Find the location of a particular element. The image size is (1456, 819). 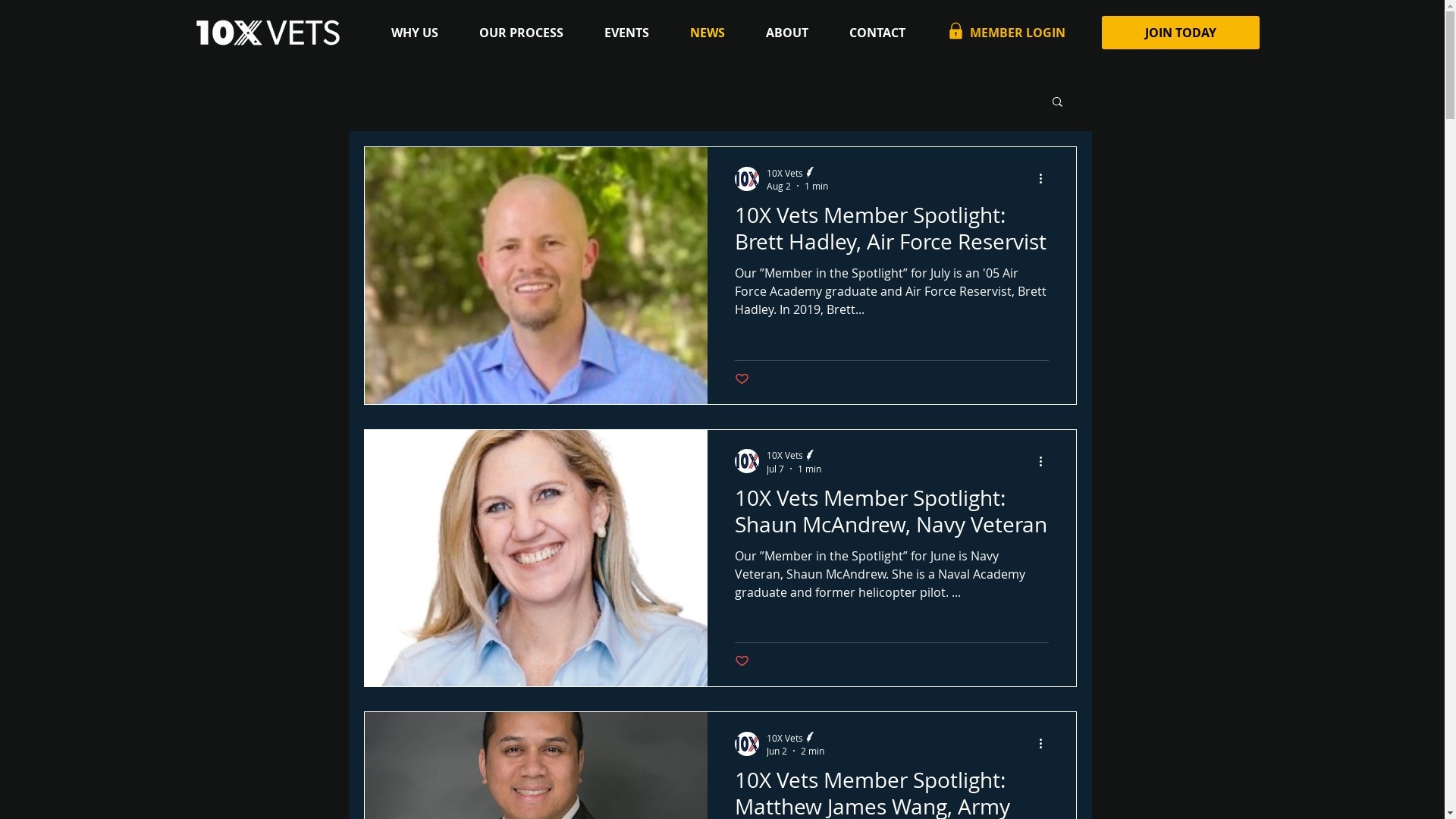

'MEMBER LOGIN' is located at coordinates (1012, 32).